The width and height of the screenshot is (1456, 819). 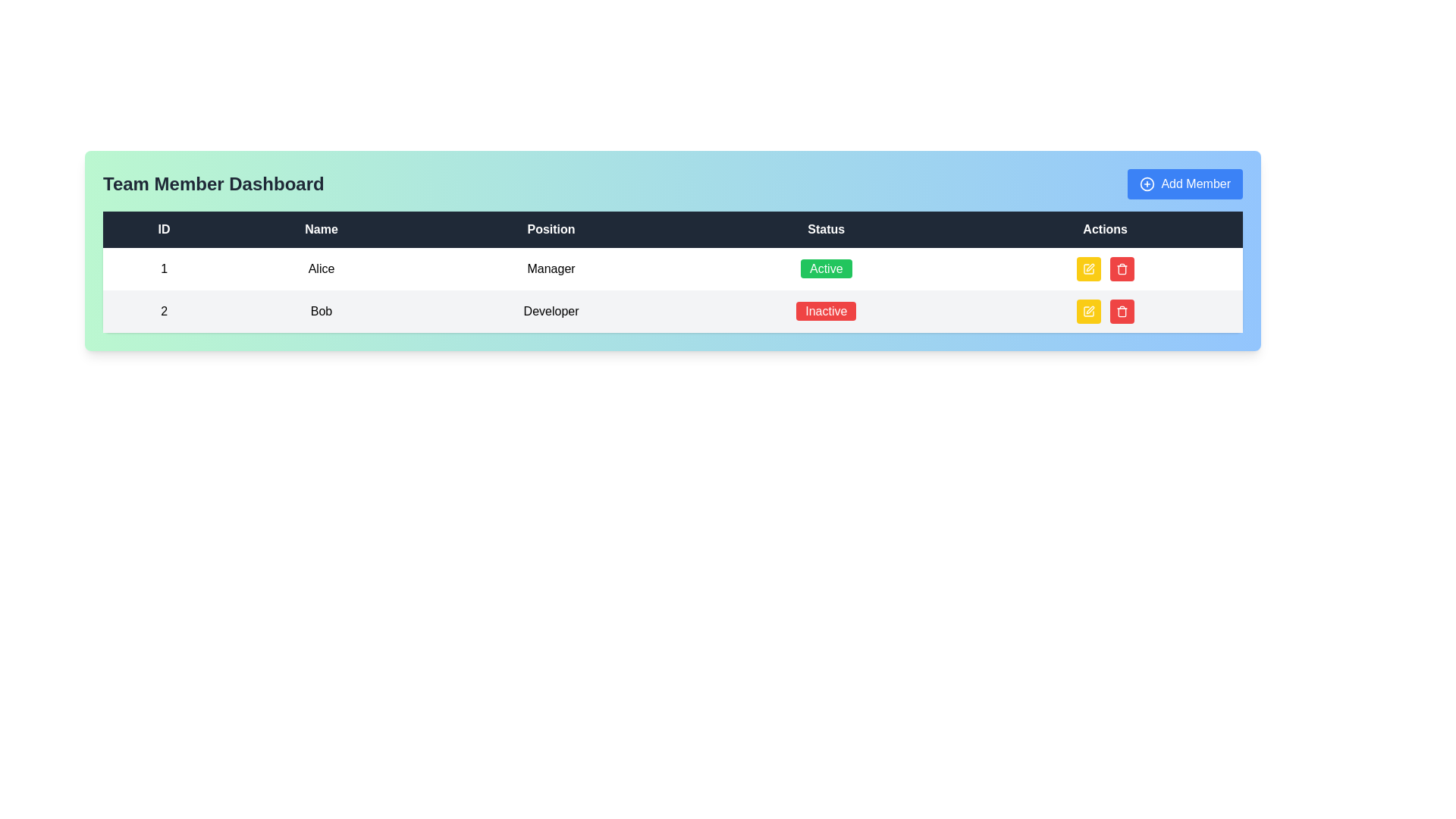 I want to click on the text label displaying the number '2' located in the second row of the data table under the 'ID' column, so click(x=164, y=311).